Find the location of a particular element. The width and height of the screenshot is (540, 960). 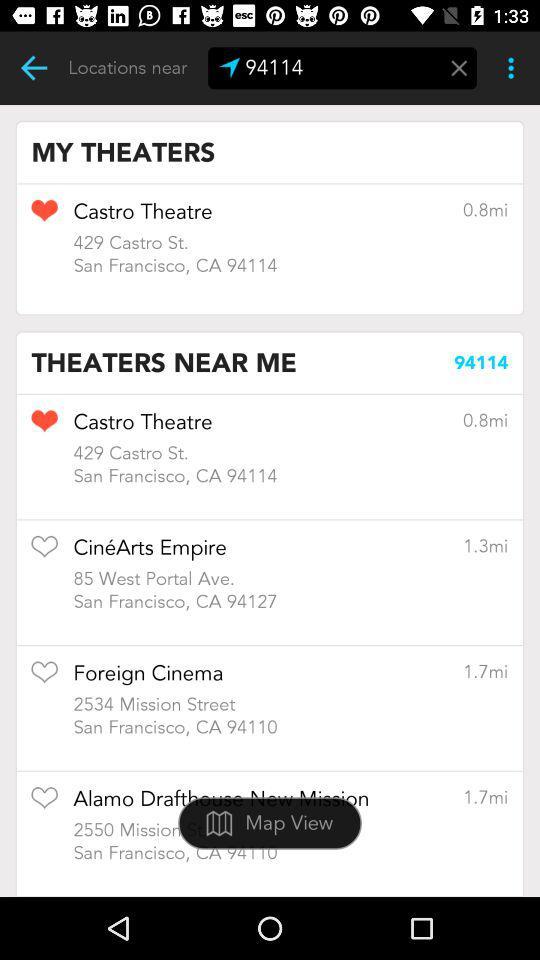

delete is located at coordinates (459, 68).